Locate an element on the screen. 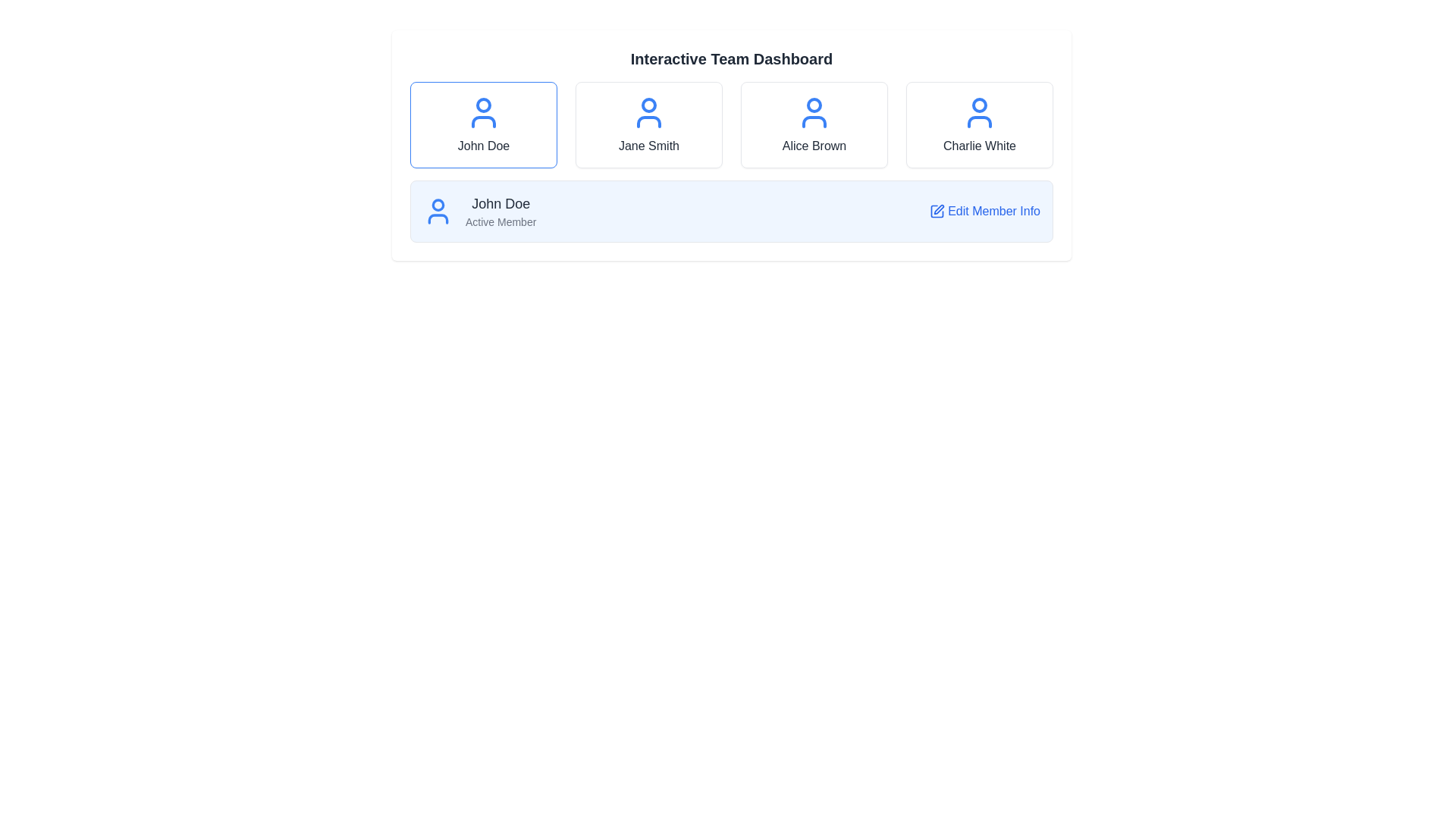 This screenshot has width=1456, height=819. the circular user icon representing 'Jane Smith' located within the second card of the team dashboard interface is located at coordinates (648, 104).